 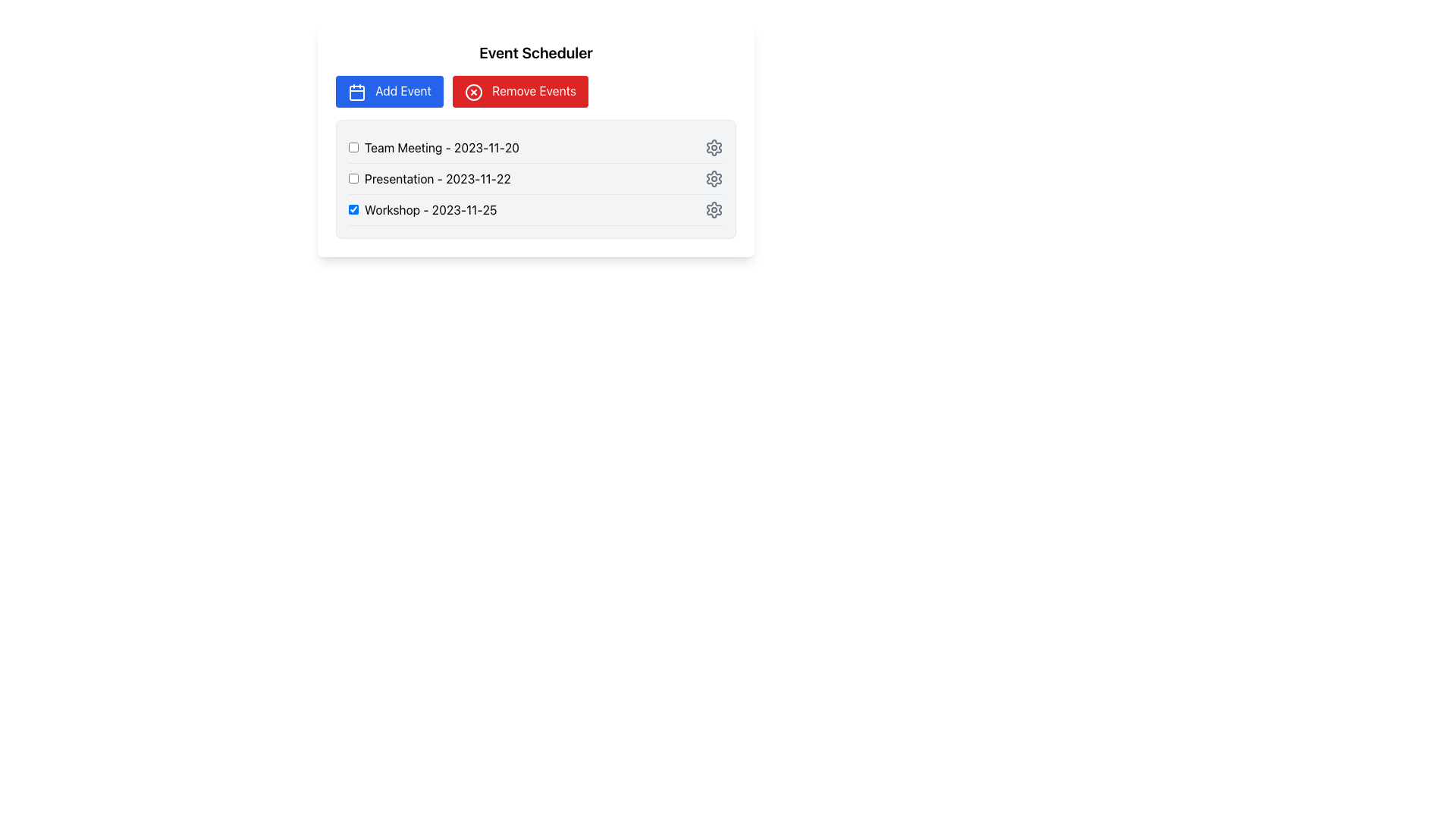 I want to click on the blue rectangular button labeled 'Add Event' with a calendar icon, so click(x=389, y=90).